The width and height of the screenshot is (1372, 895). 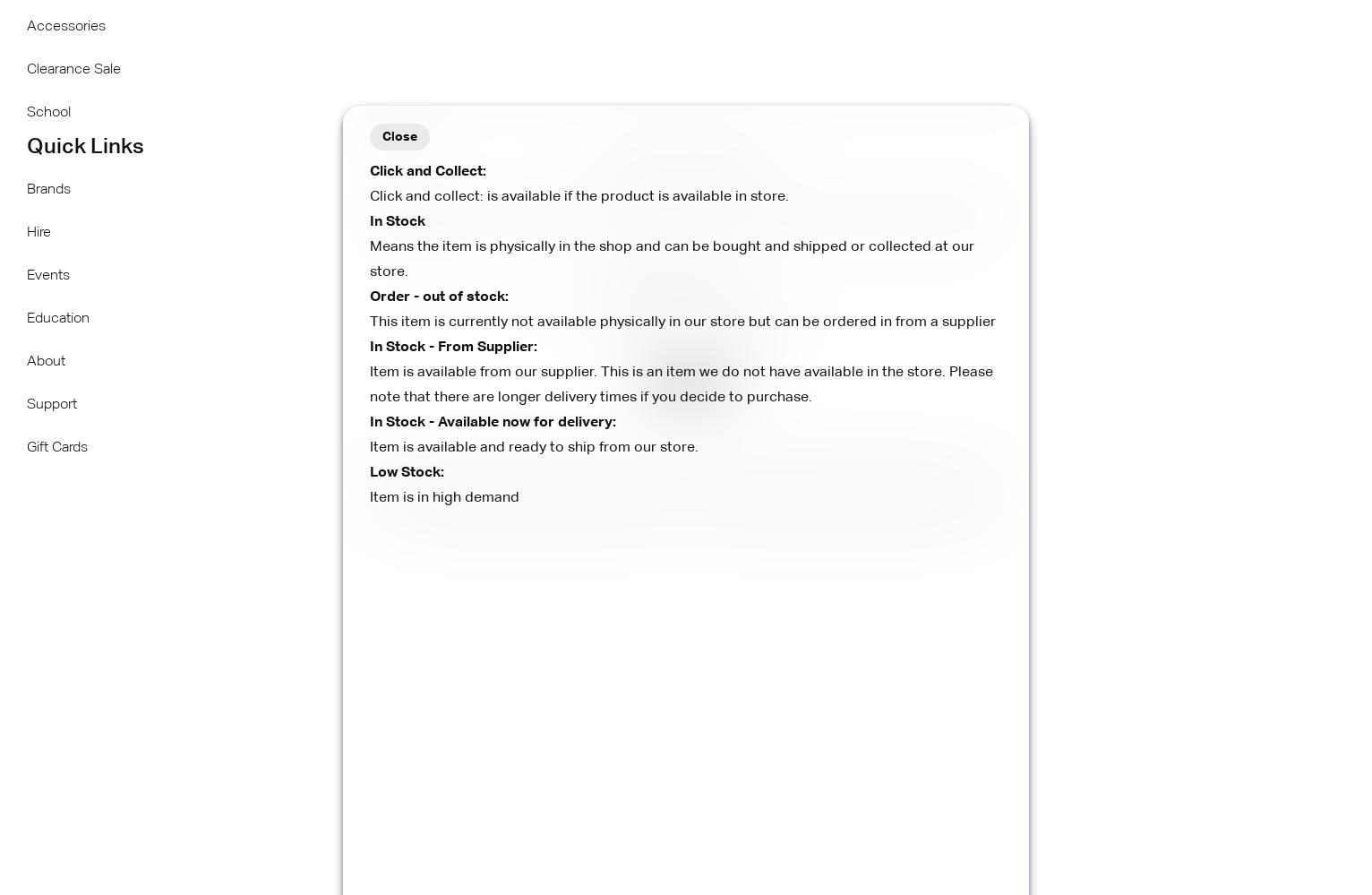 I want to click on 'Education', so click(x=57, y=319).